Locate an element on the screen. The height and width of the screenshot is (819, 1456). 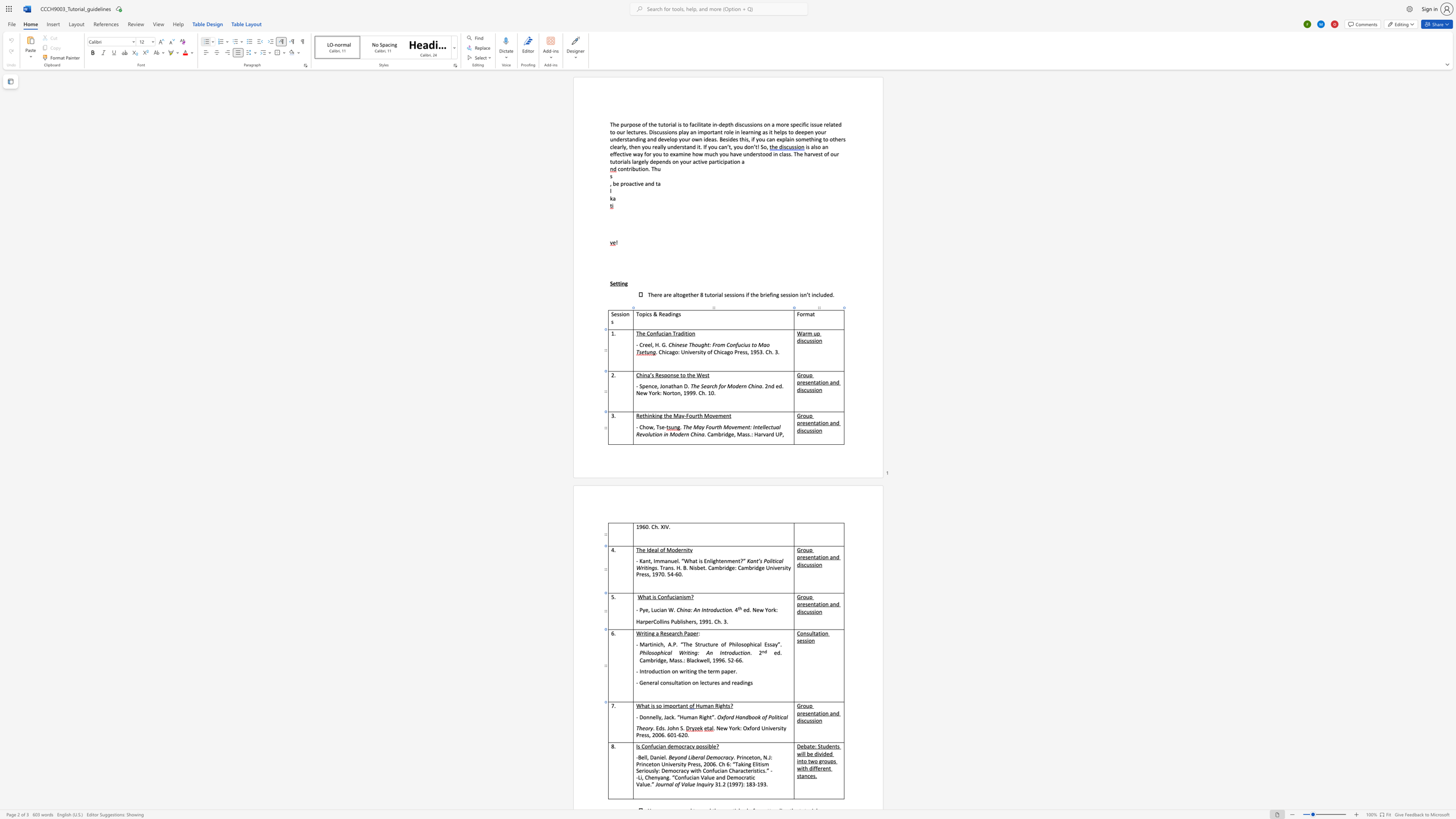
the 2th character "t" in the text is located at coordinates (678, 705).